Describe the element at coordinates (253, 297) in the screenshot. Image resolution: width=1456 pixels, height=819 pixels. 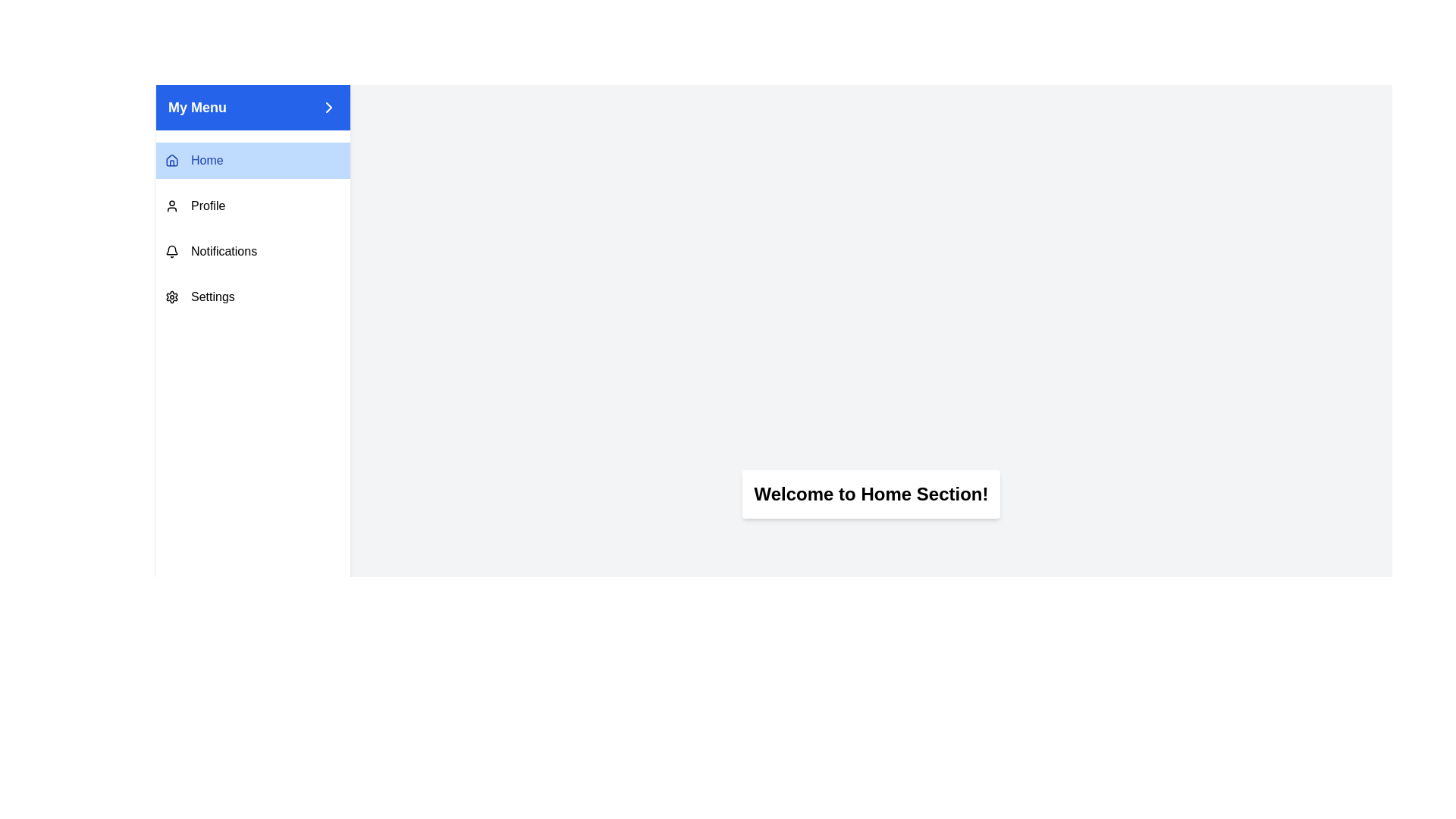
I see `the 'Settings' button located at the bottom of the vertical navigation menu` at that location.